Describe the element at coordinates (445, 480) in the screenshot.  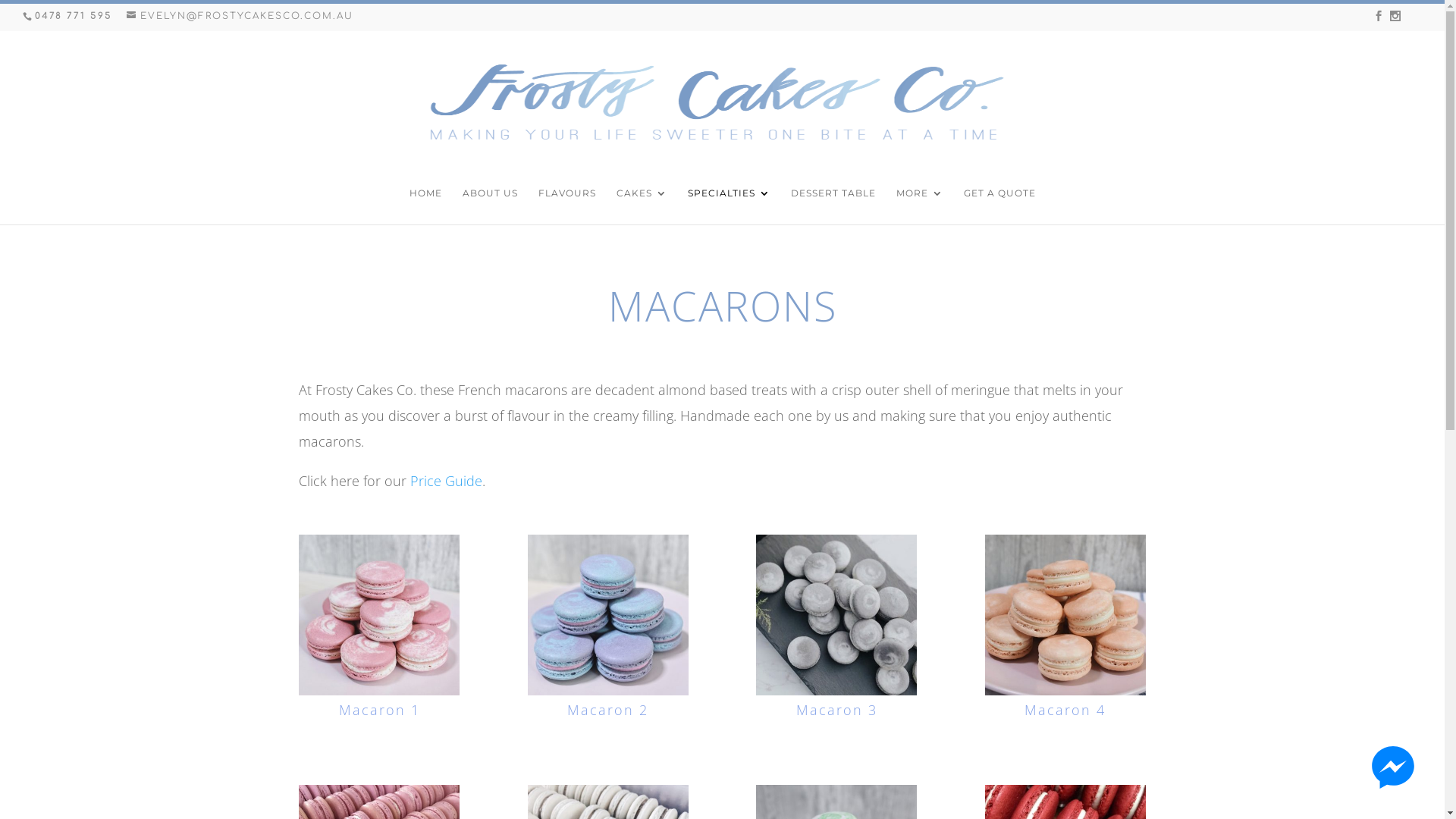
I see `'Price Guide'` at that location.